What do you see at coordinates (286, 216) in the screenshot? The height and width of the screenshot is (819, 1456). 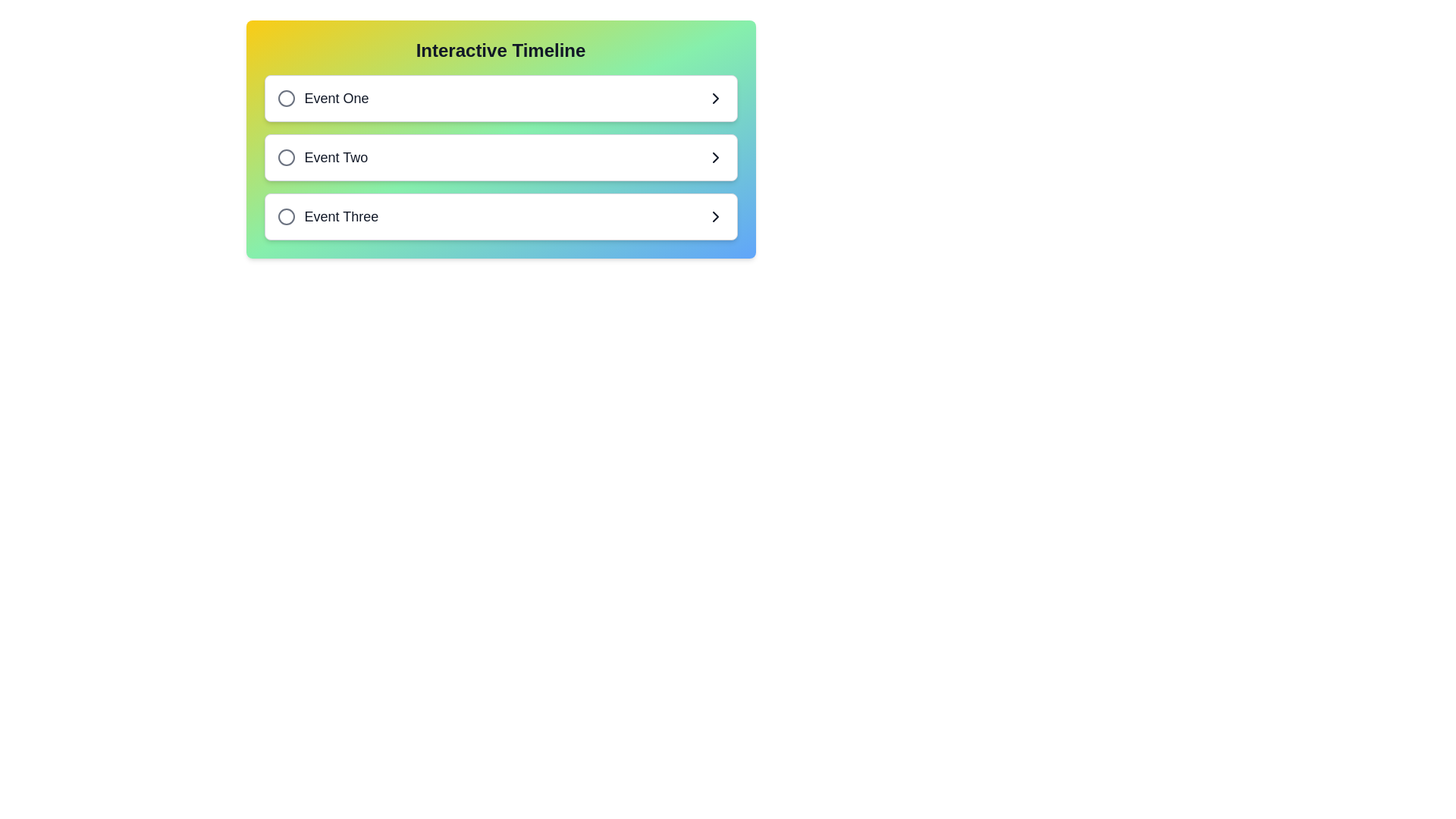 I see `the icon next` at bounding box center [286, 216].